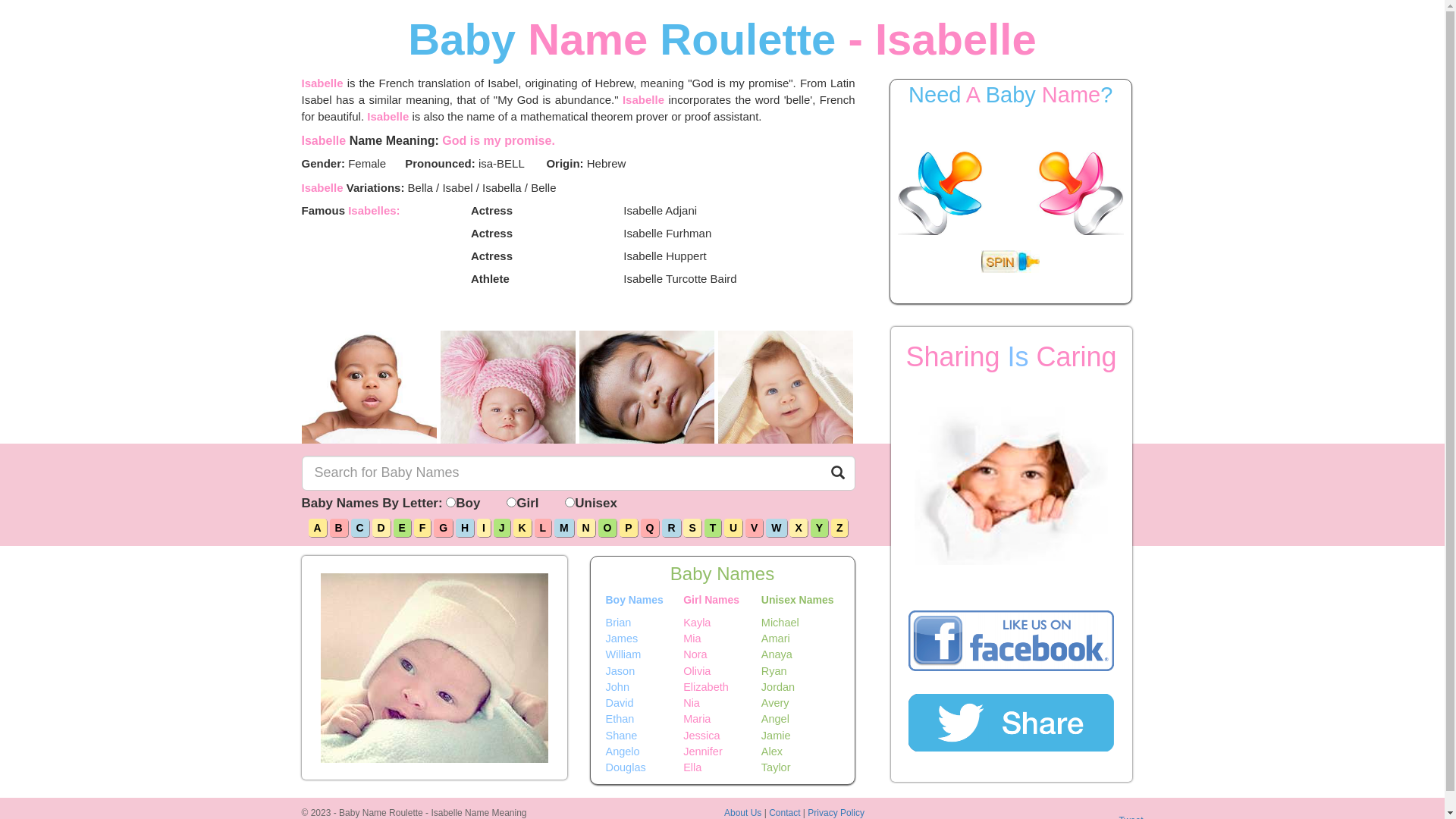  Describe the element at coordinates (604, 703) in the screenshot. I see `'David'` at that location.